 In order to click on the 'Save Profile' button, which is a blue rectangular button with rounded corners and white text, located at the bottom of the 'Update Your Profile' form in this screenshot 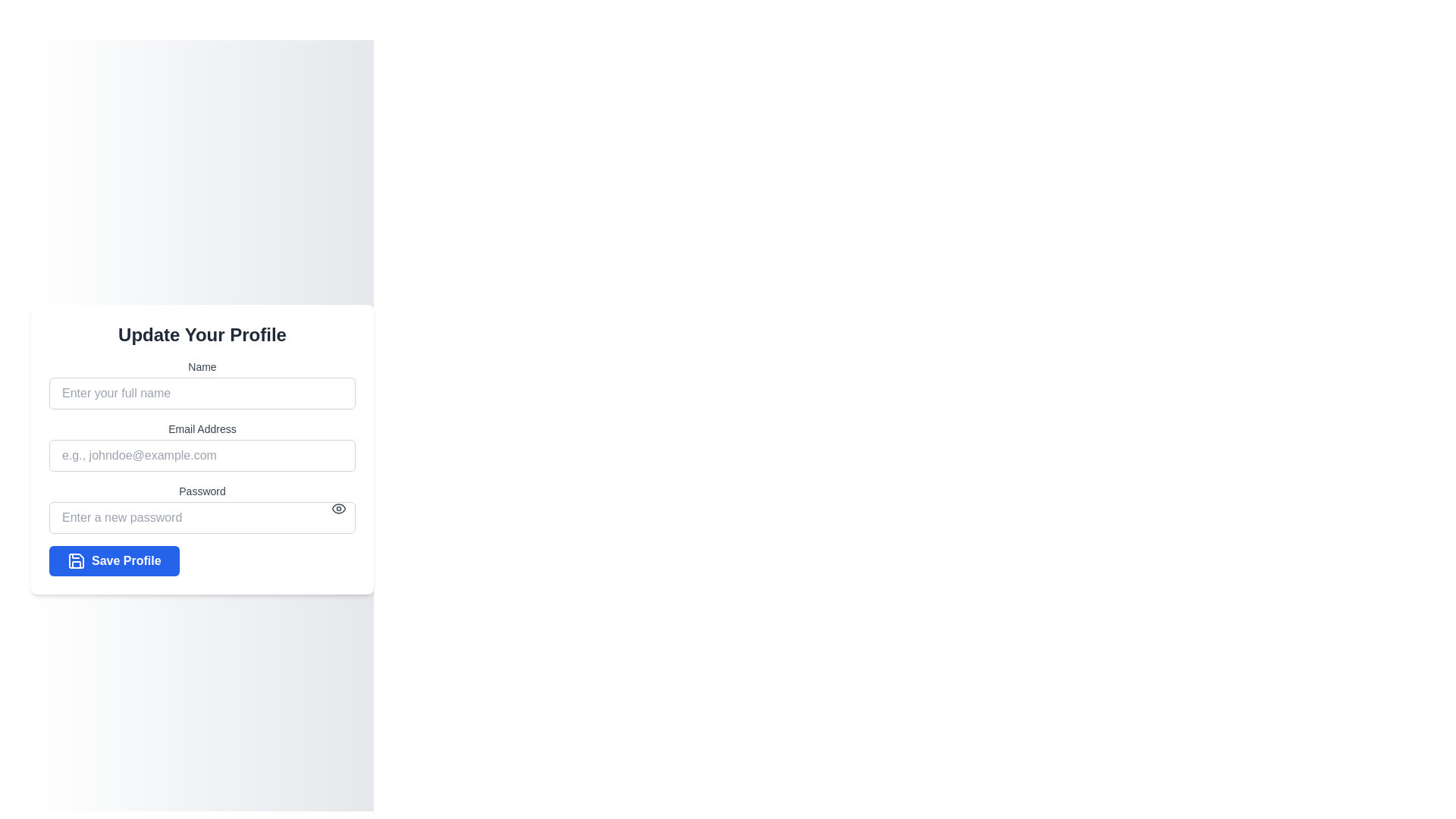, I will do `click(113, 561)`.